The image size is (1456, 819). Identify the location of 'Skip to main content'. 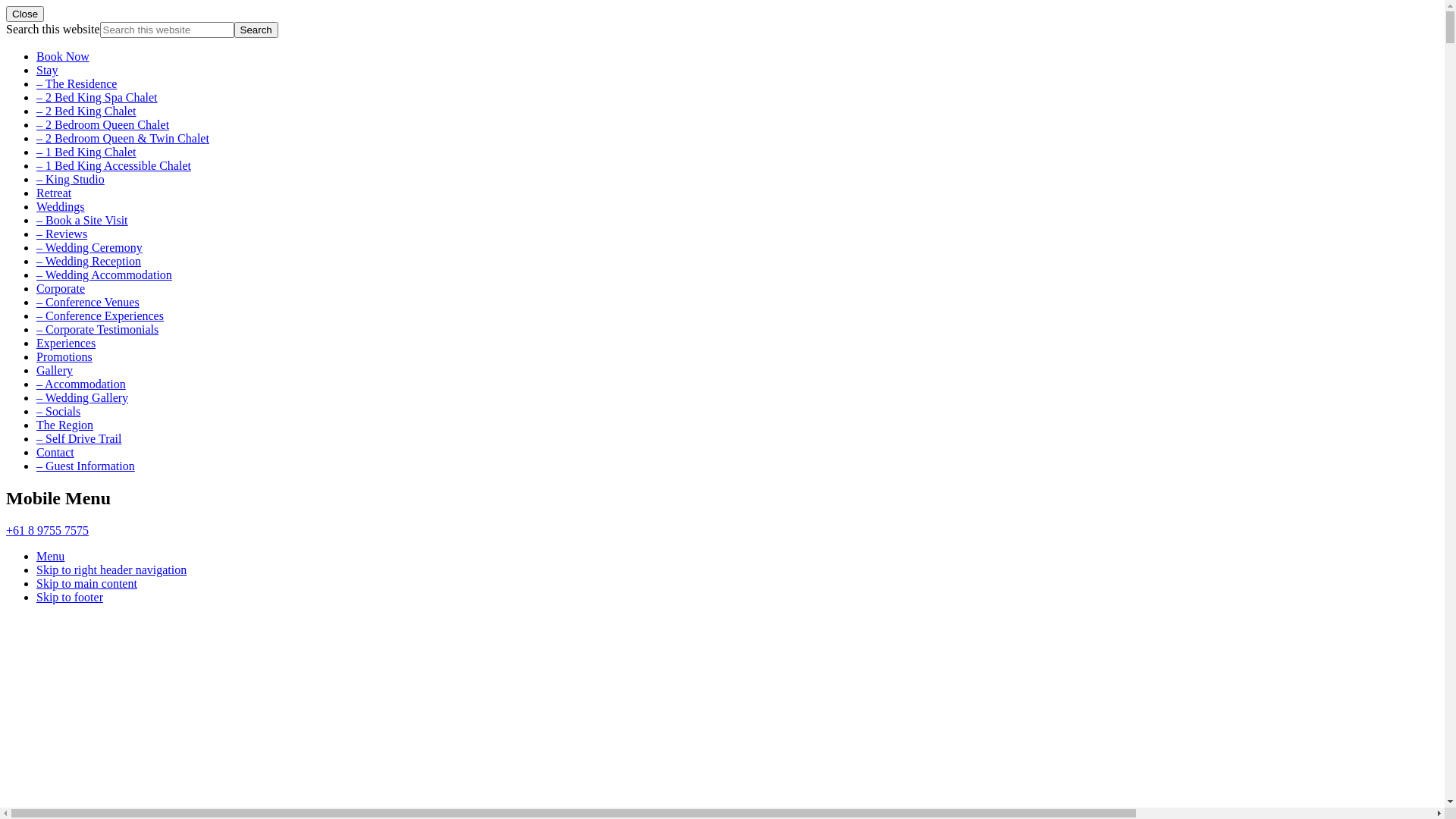
(36, 582).